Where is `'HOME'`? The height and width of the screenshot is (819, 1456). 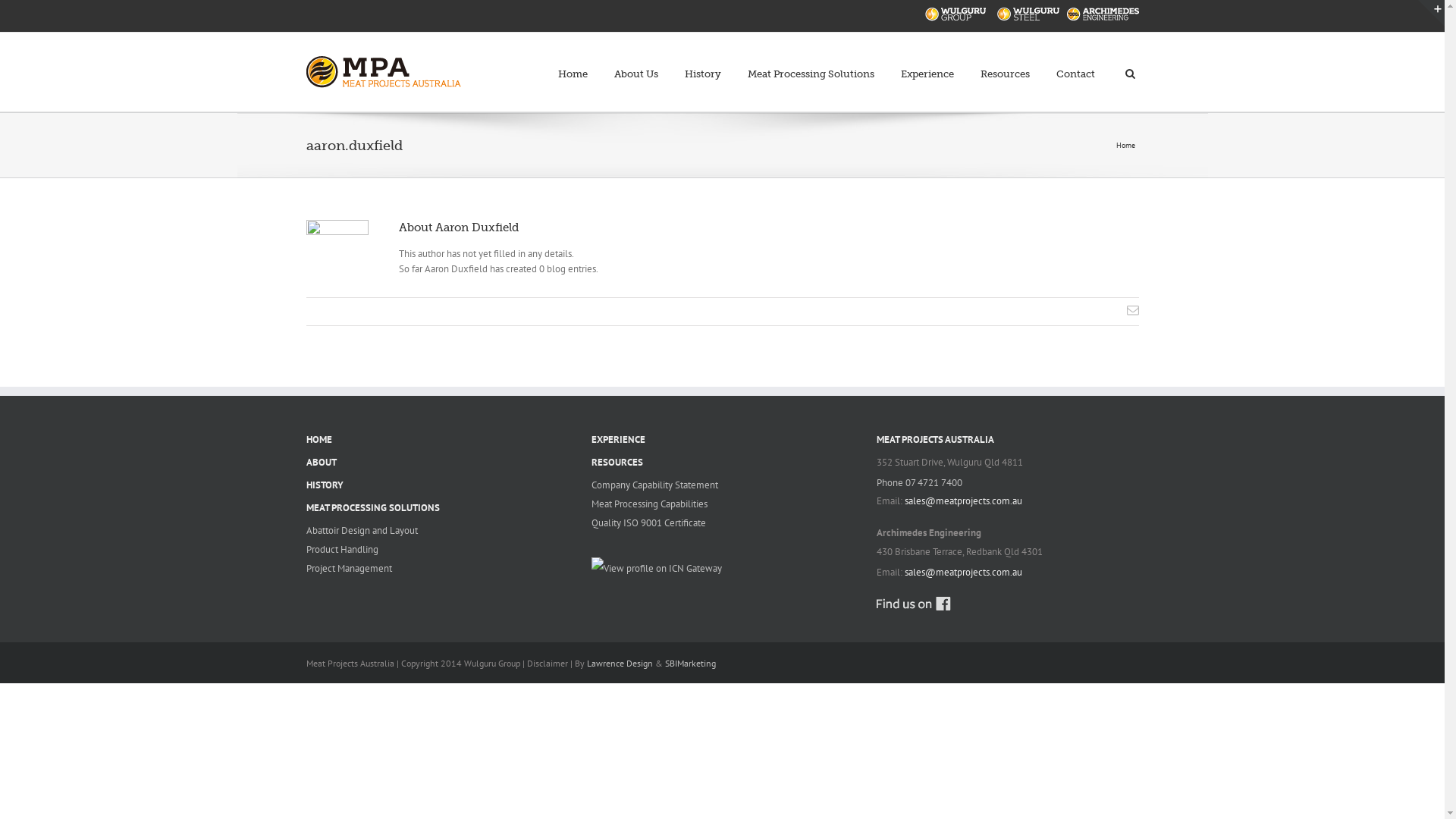 'HOME' is located at coordinates (305, 439).